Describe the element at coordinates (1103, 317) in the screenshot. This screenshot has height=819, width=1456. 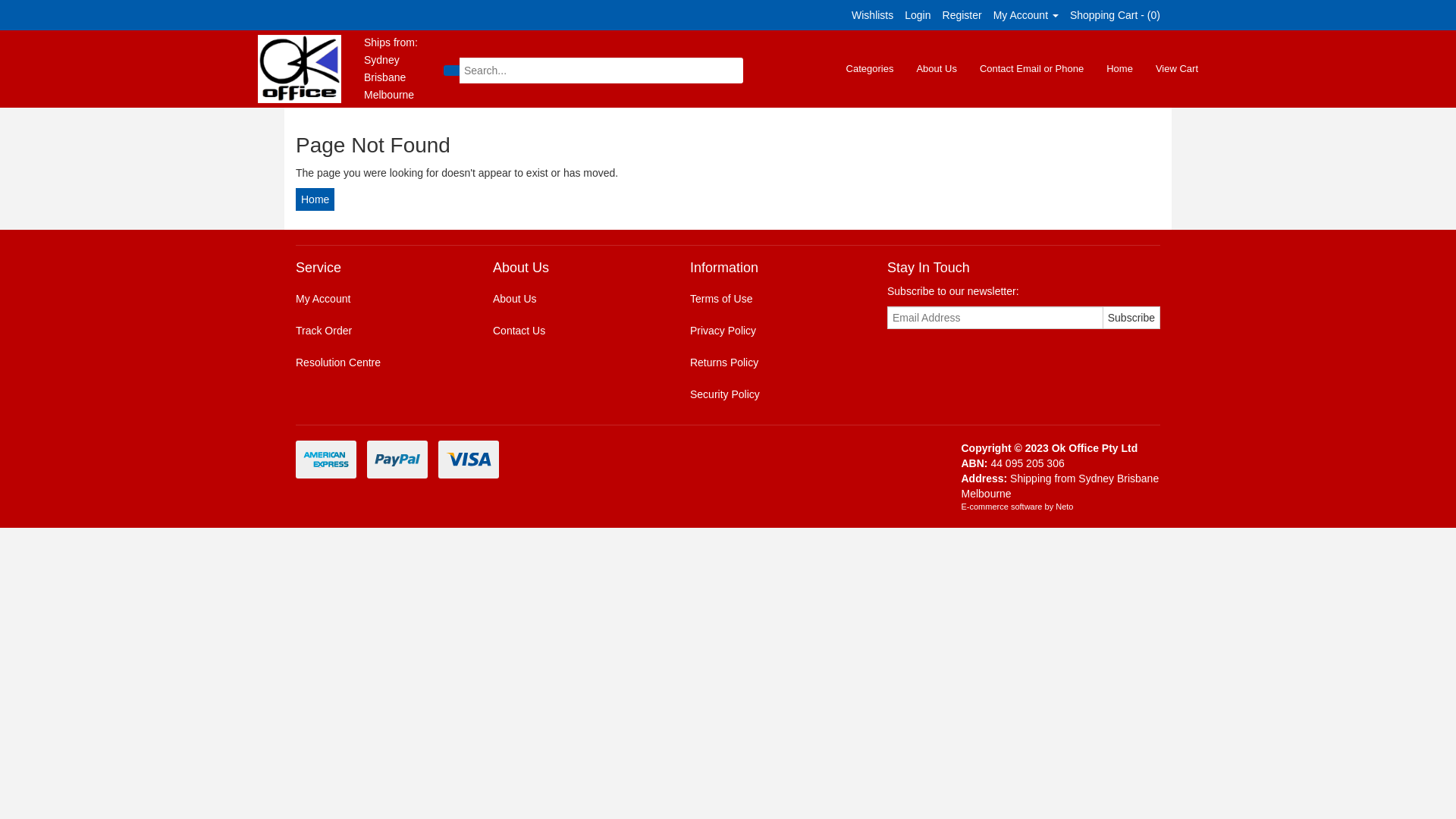
I see `'Subscribe'` at that location.